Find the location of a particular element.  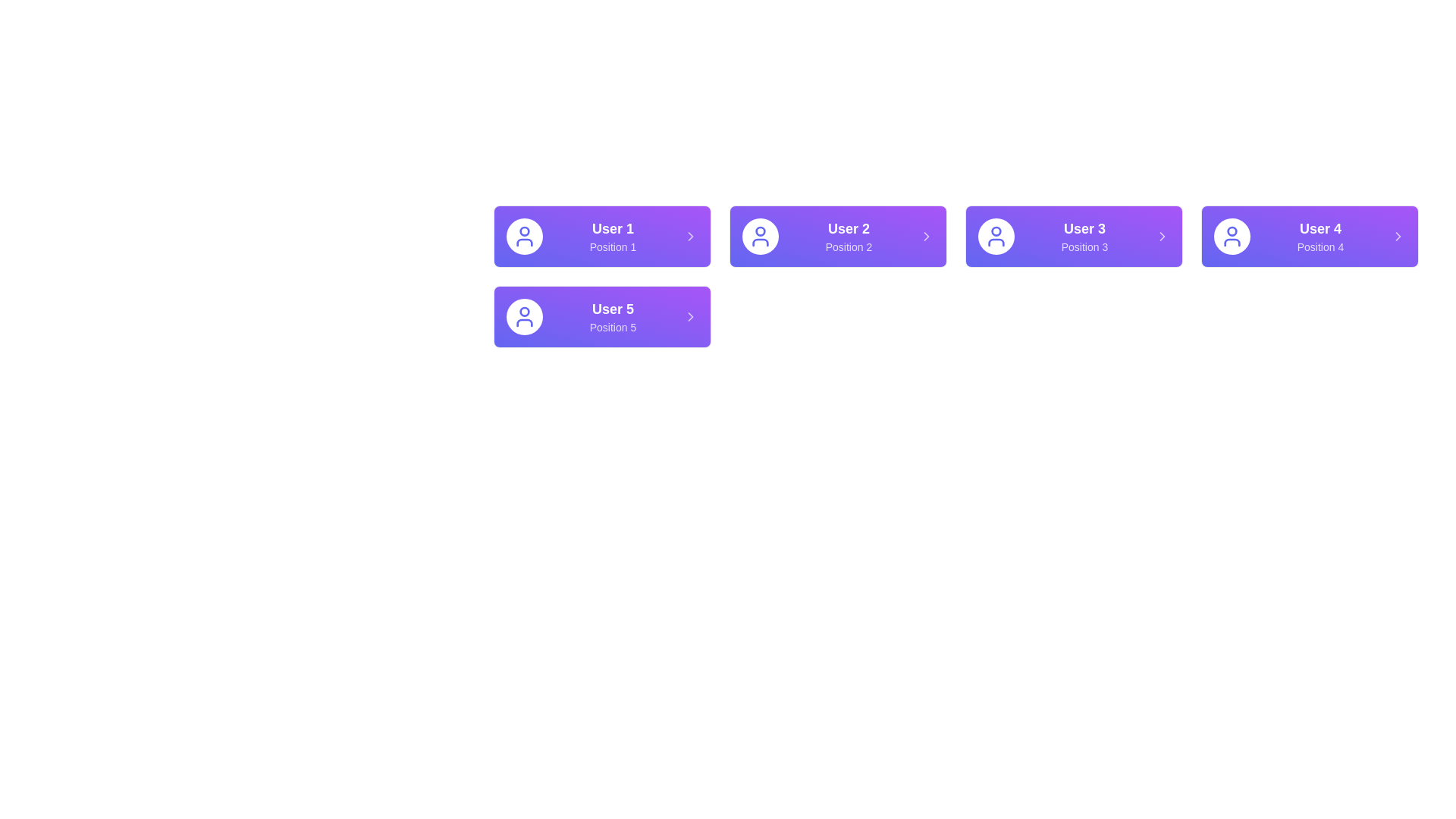

the text label 'User 3', which is styled with a bold font and larger size, located on a purple background in the center of the interface is located at coordinates (1084, 228).